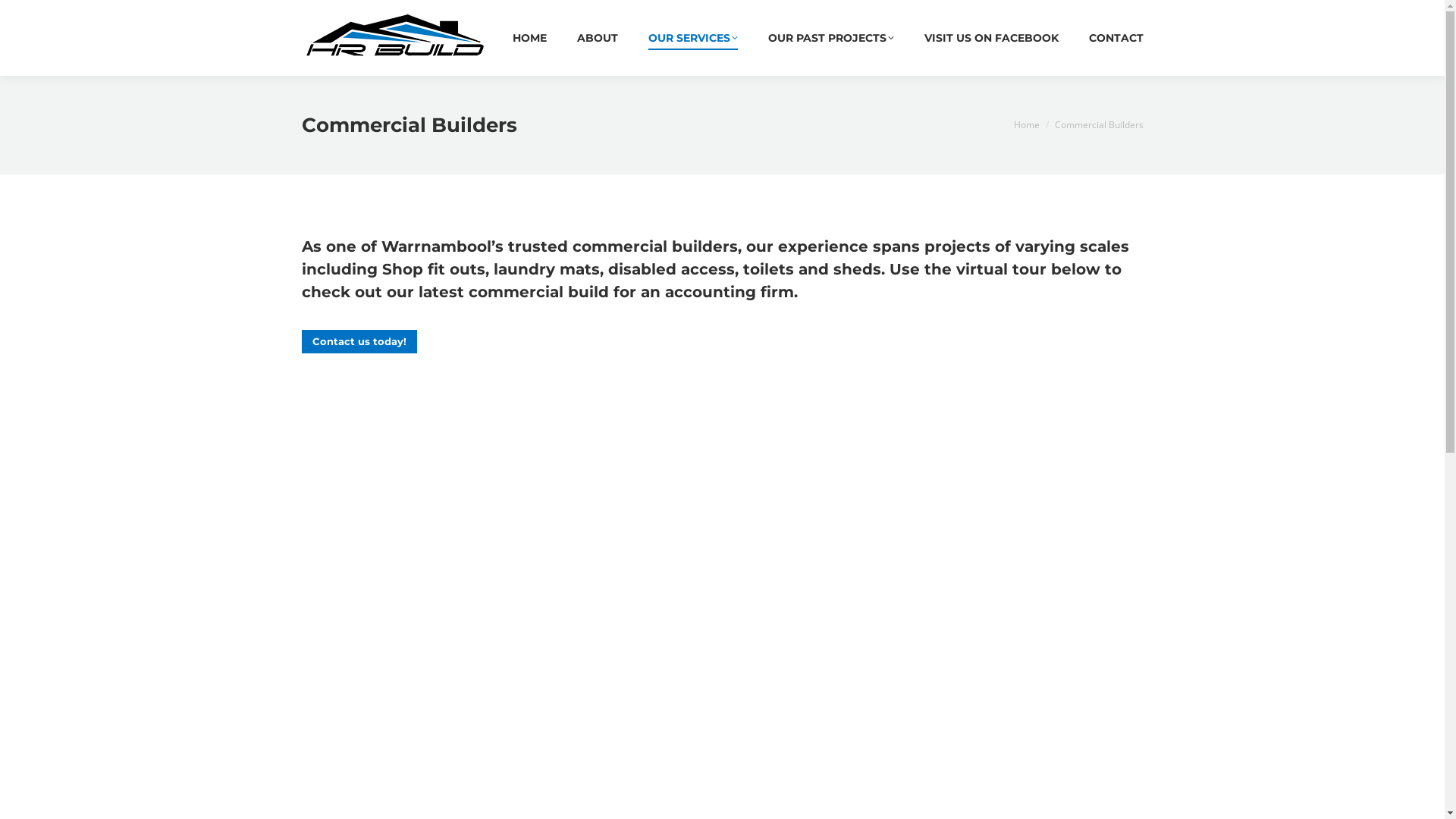  What do you see at coordinates (1087, 37) in the screenshot?
I see `'CONTACT'` at bounding box center [1087, 37].